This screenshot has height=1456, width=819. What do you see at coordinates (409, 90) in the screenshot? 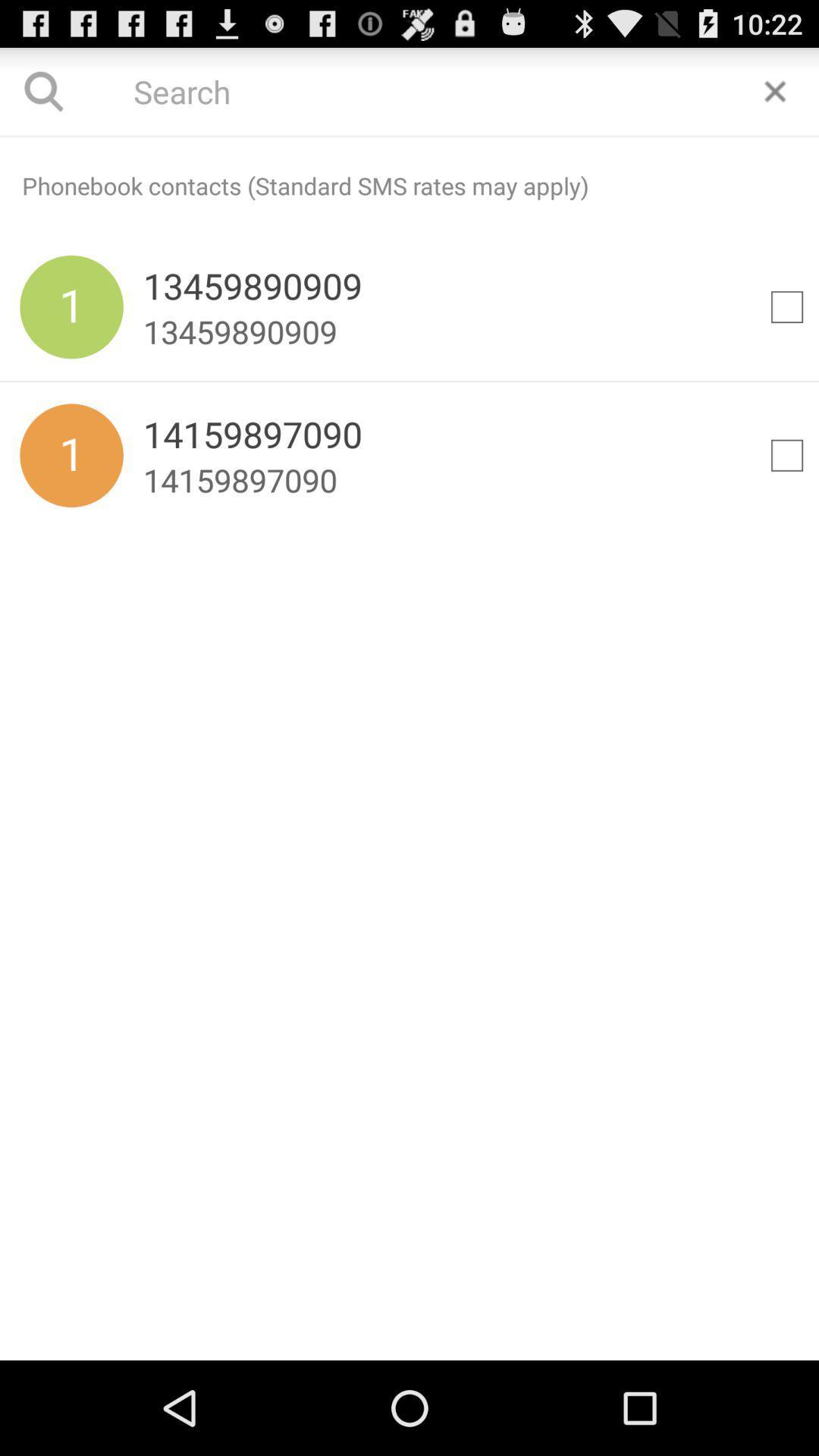
I see `input query` at bounding box center [409, 90].